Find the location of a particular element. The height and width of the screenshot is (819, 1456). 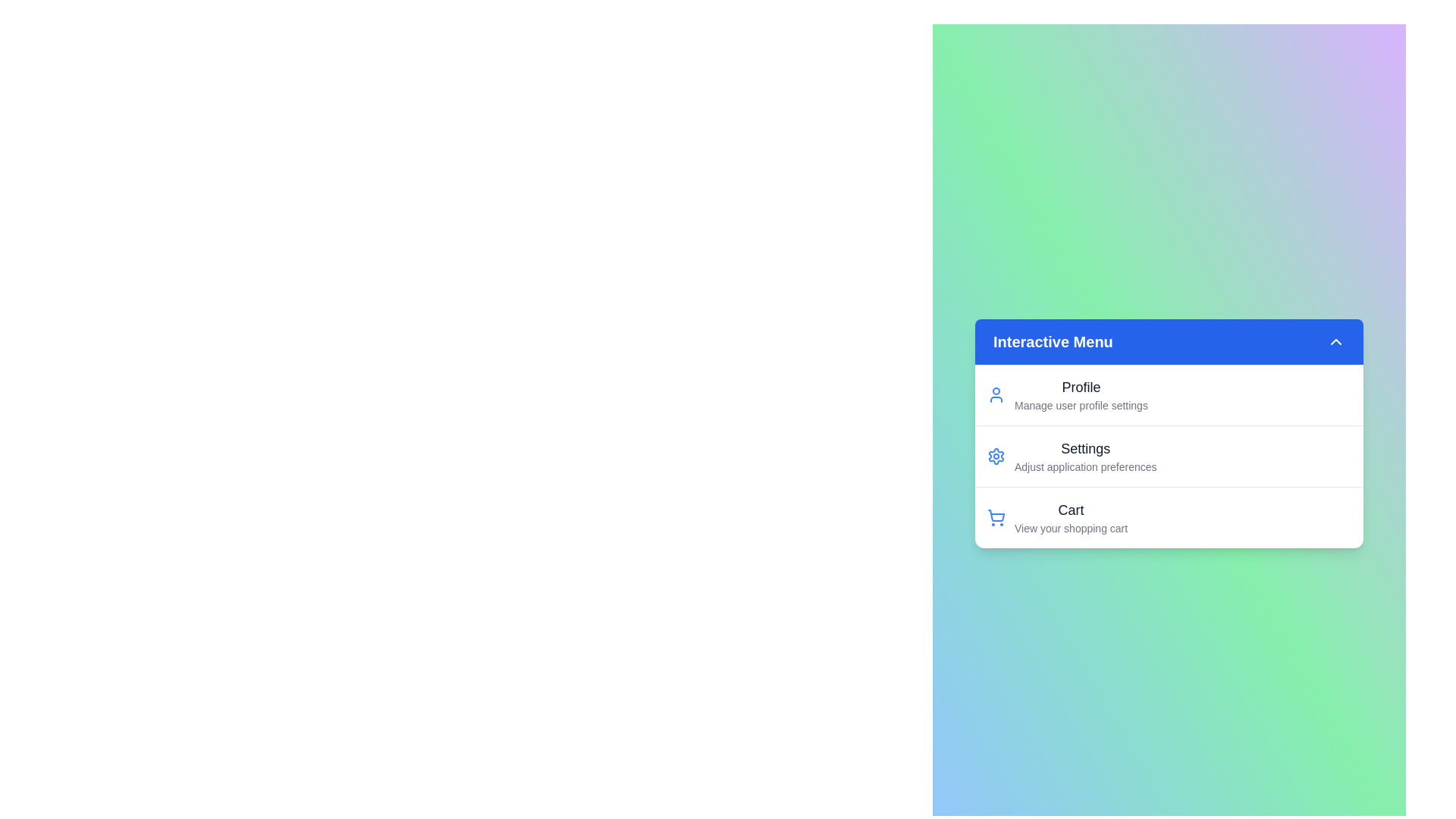

the menu item Cart to highlight it is located at coordinates (1061, 529).